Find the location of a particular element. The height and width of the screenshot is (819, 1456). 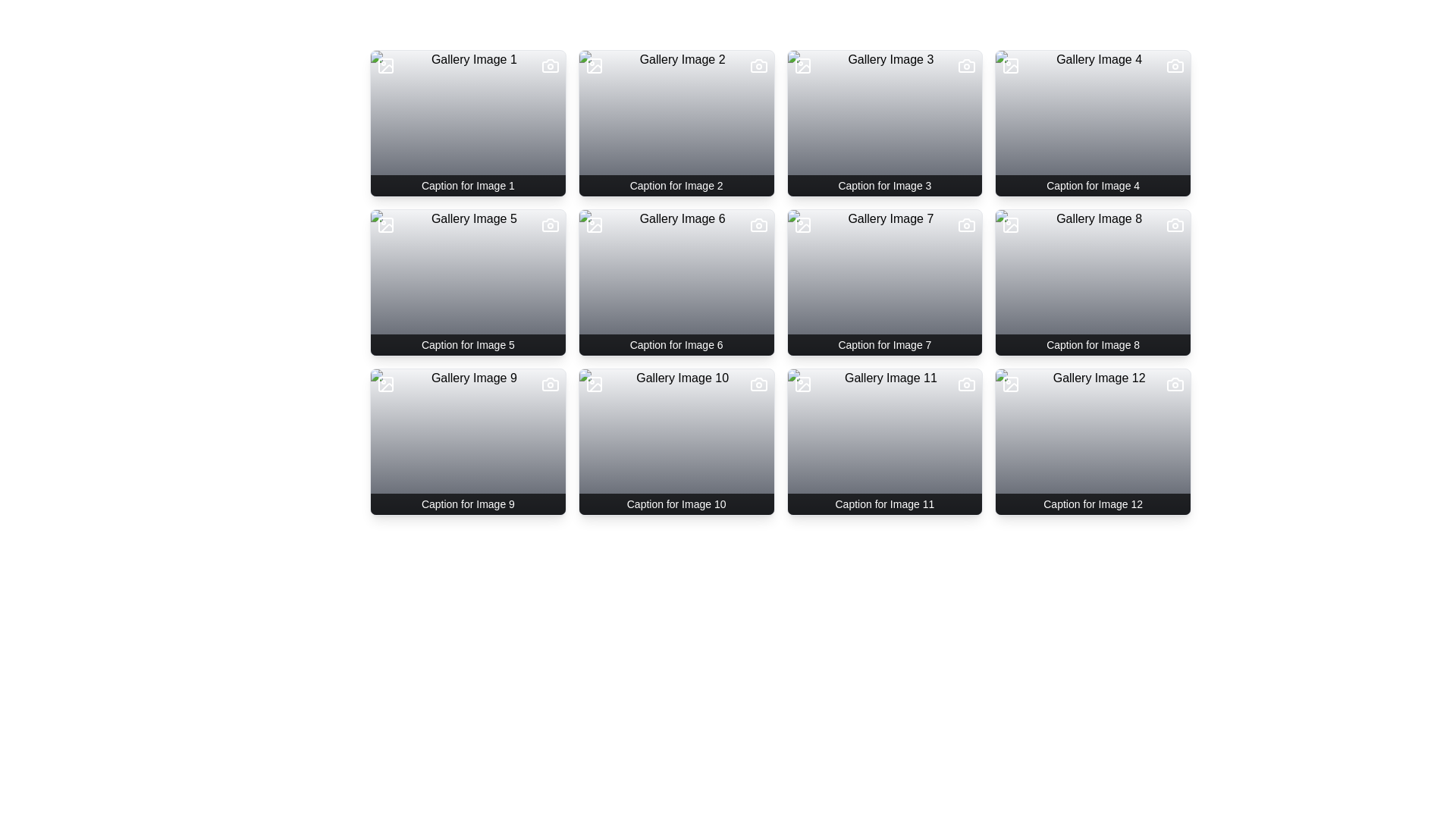

the Decorative icon located in the top-left corner of the gallery item labeled 'Gallery Image 11' with caption 'Caption for Image 11' is located at coordinates (802, 383).